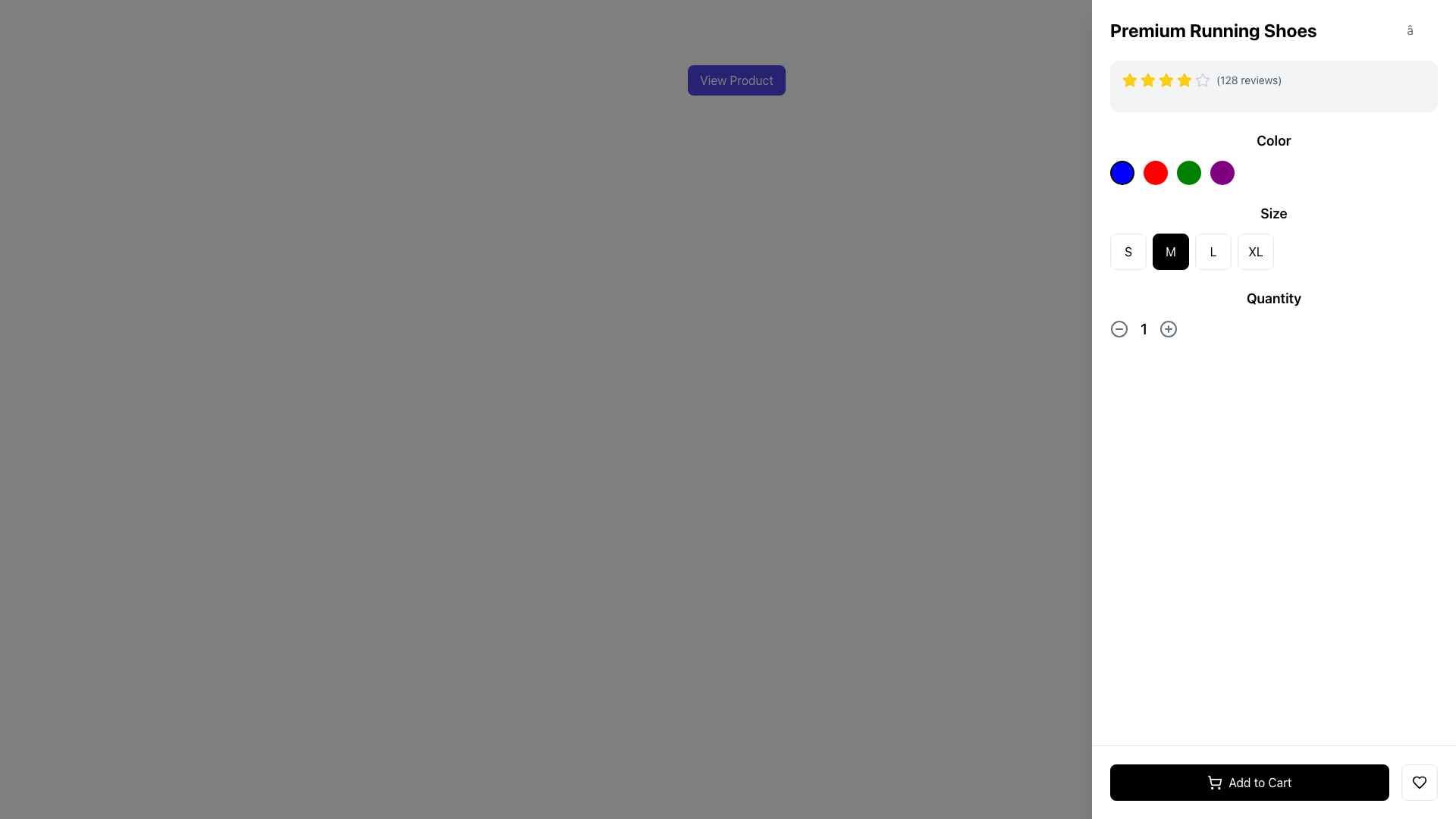 This screenshot has width=1456, height=819. Describe the element at coordinates (1201, 80) in the screenshot. I see `the unselected rating star, which is the fifth star in a horizontal group of five stars located under the product name` at that location.